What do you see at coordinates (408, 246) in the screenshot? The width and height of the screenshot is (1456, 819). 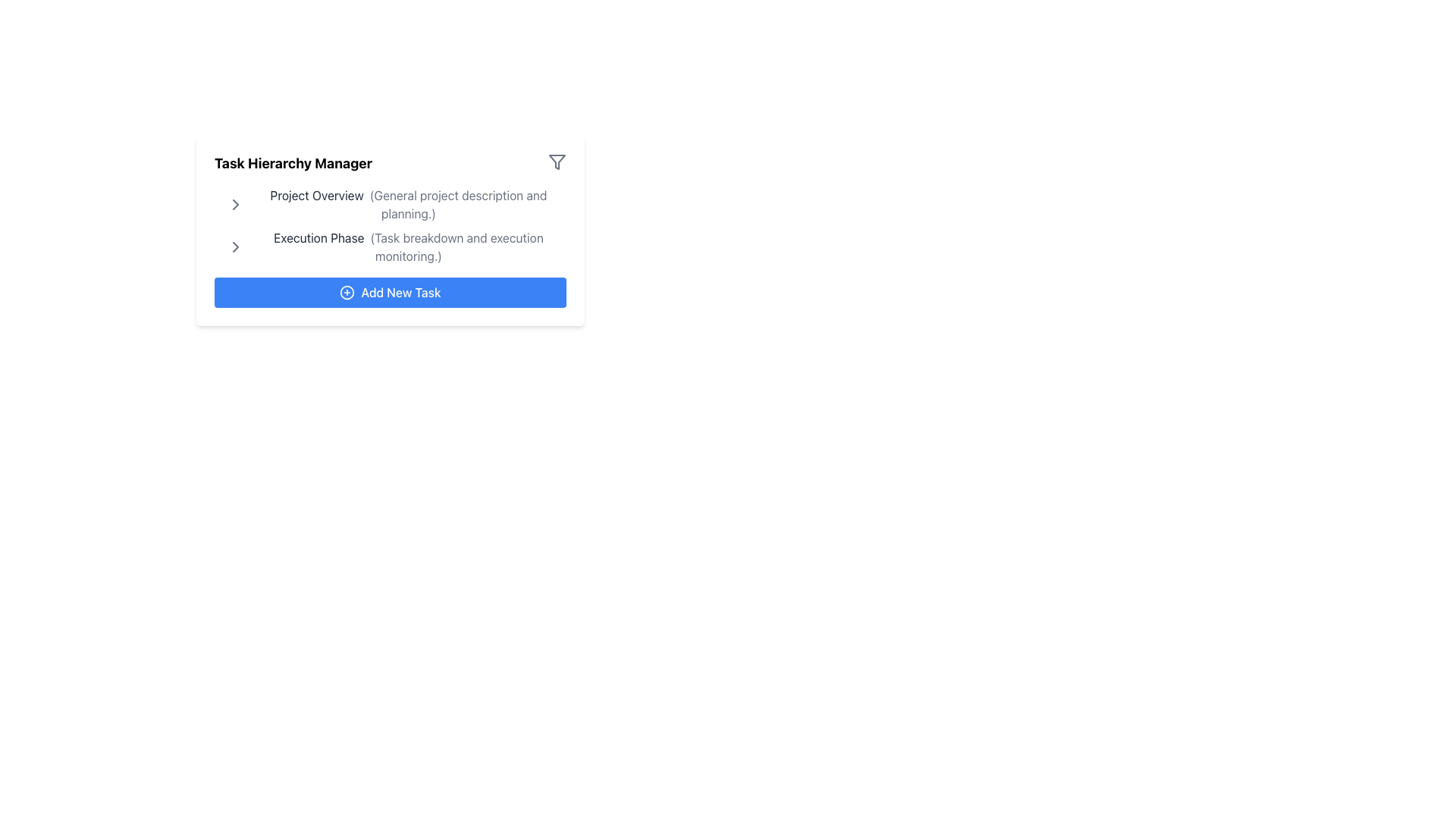 I see `the 'Execution Phase' label under the 'Task Hierarchy Manager' section to potentially expand details` at bounding box center [408, 246].